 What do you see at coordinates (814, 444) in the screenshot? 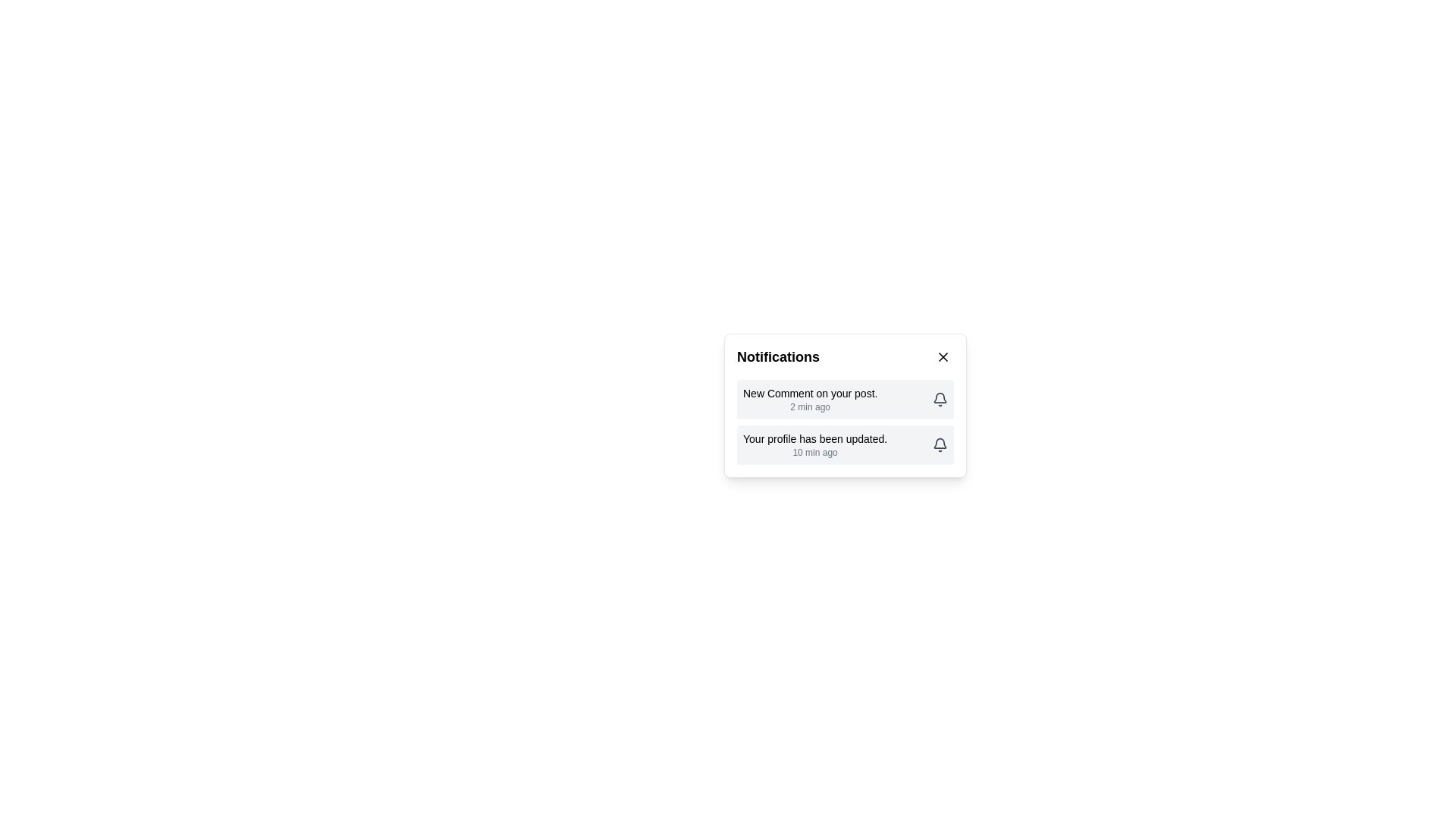
I see `the notification message 'Your profile has been updated.' located in the second position of the notification dropdown by clicking on it` at bounding box center [814, 444].